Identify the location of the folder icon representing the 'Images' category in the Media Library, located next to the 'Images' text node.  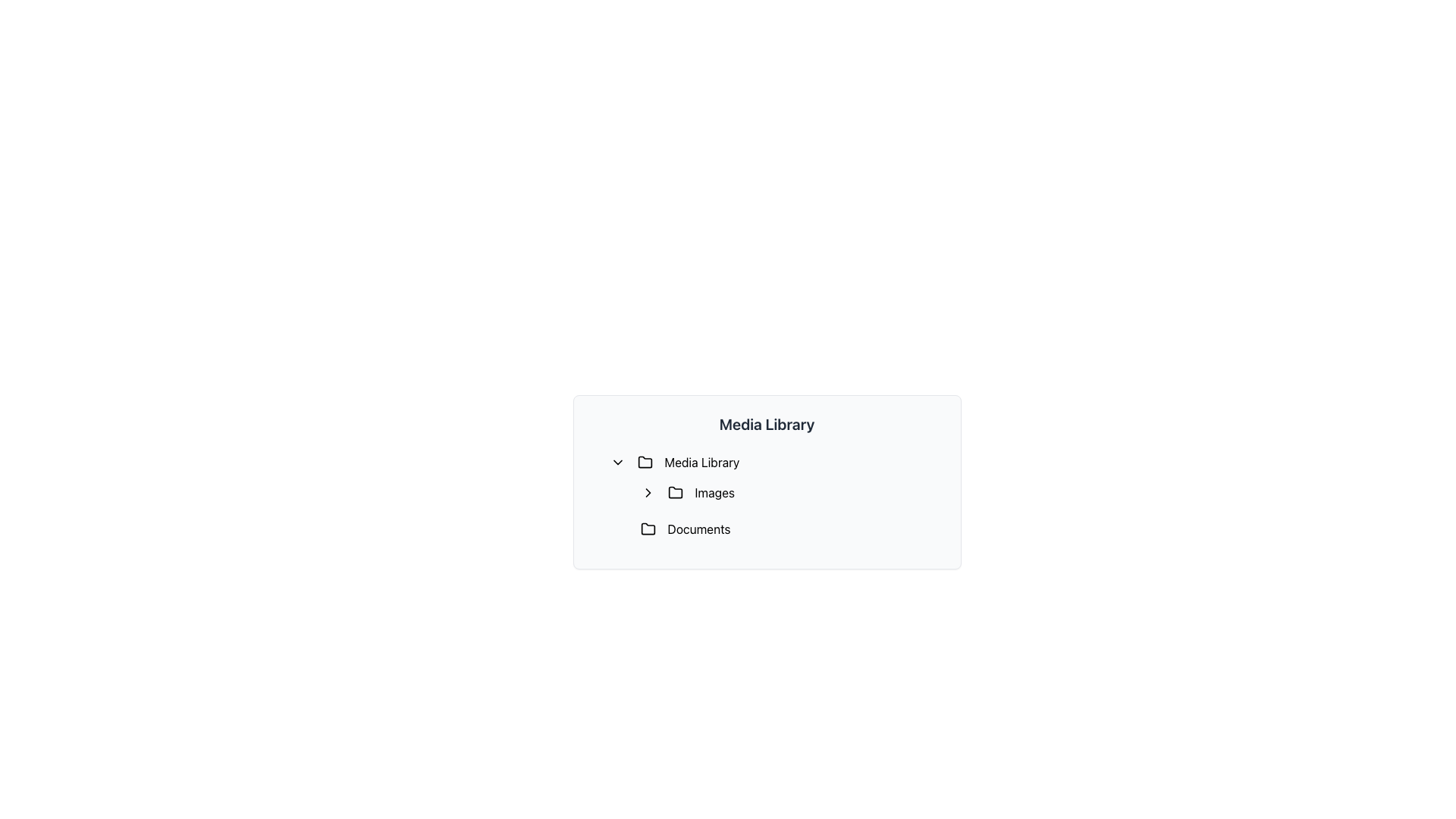
(674, 492).